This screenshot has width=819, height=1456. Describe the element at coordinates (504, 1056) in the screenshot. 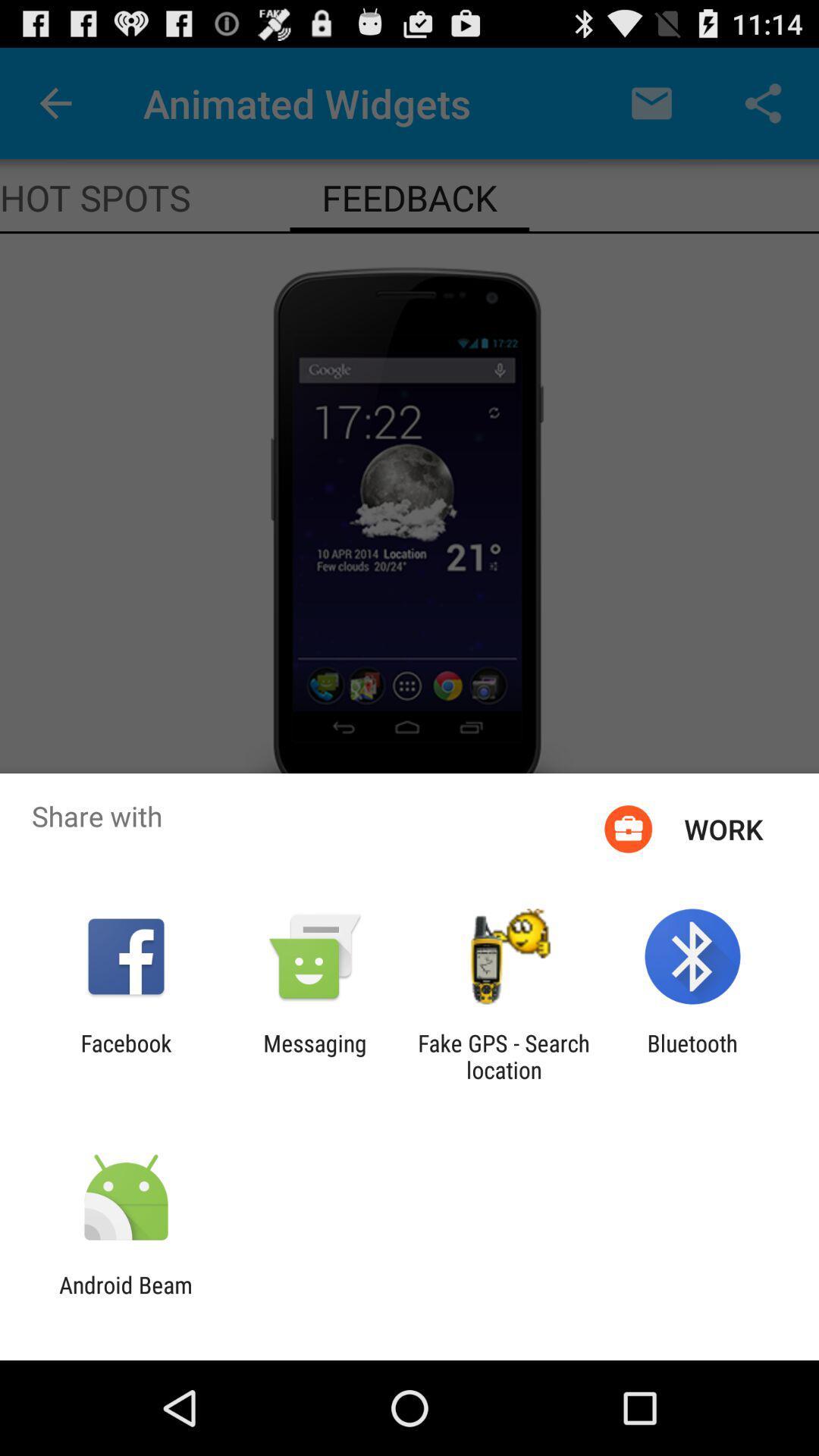

I see `item next to messaging icon` at that location.